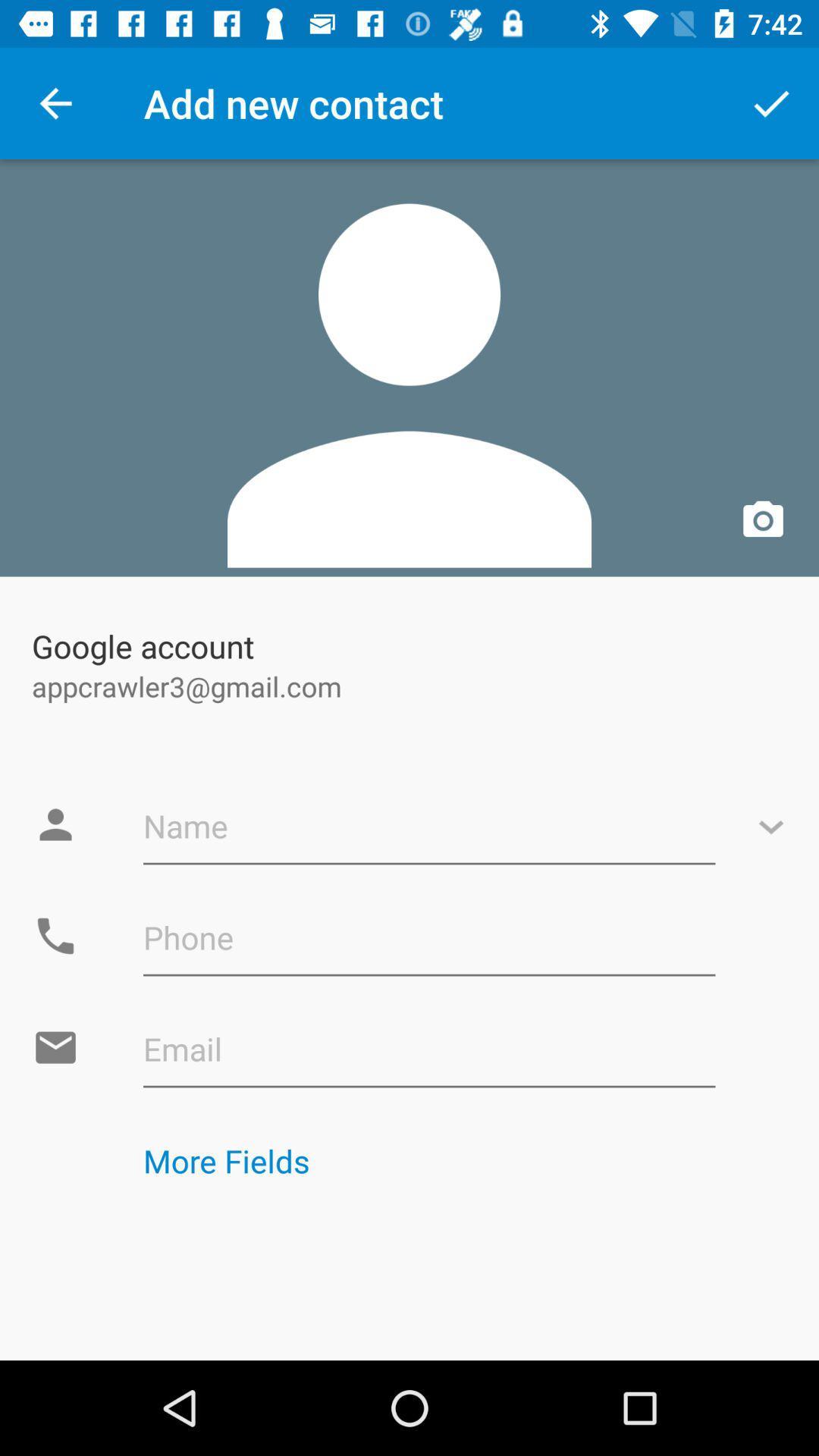 The image size is (819, 1456). Describe the element at coordinates (409, 368) in the screenshot. I see `the item above google account item` at that location.